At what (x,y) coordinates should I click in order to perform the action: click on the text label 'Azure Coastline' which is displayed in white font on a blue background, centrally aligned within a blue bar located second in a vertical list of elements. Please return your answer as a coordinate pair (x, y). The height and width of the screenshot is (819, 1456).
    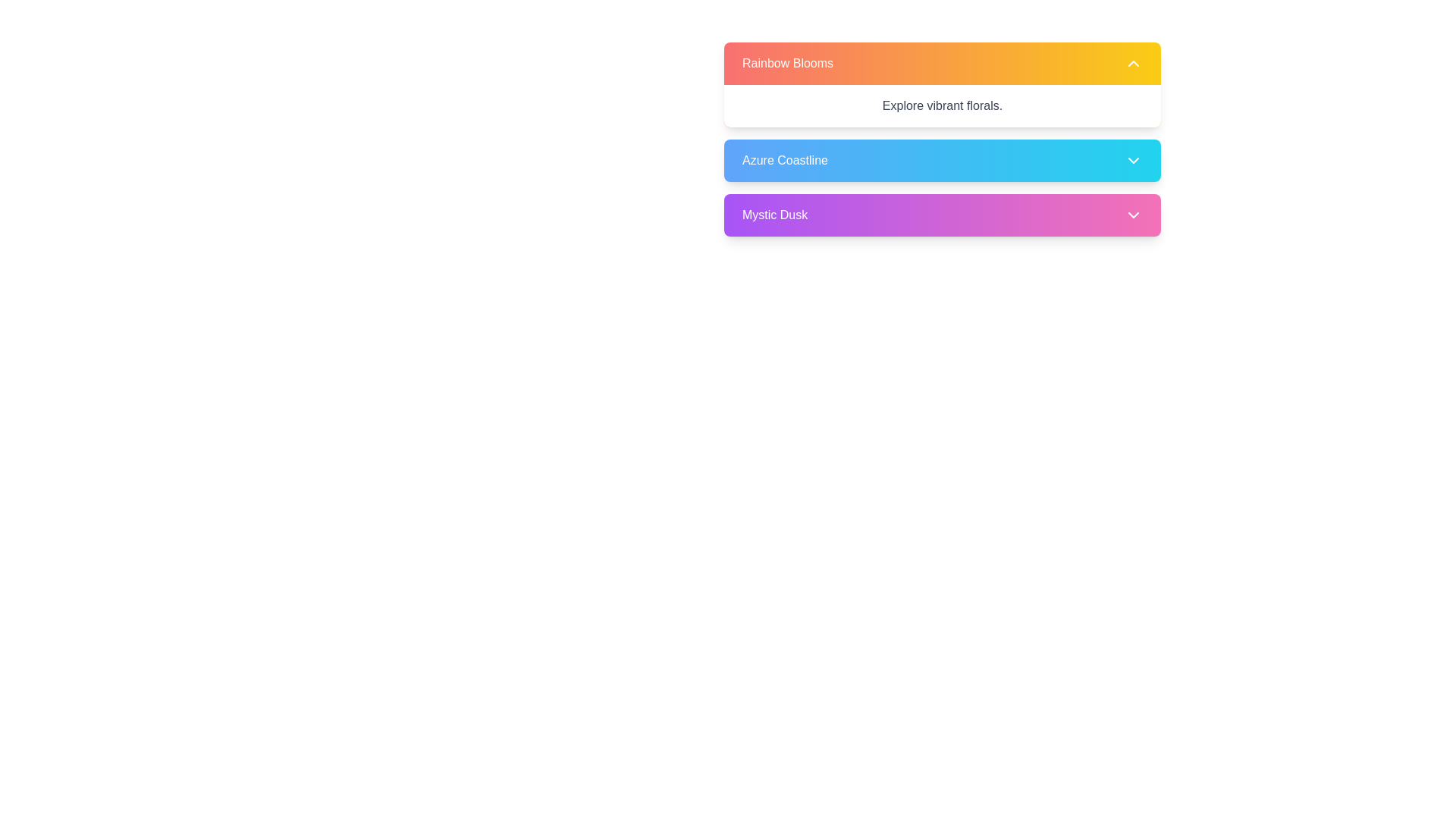
    Looking at the image, I should click on (785, 161).